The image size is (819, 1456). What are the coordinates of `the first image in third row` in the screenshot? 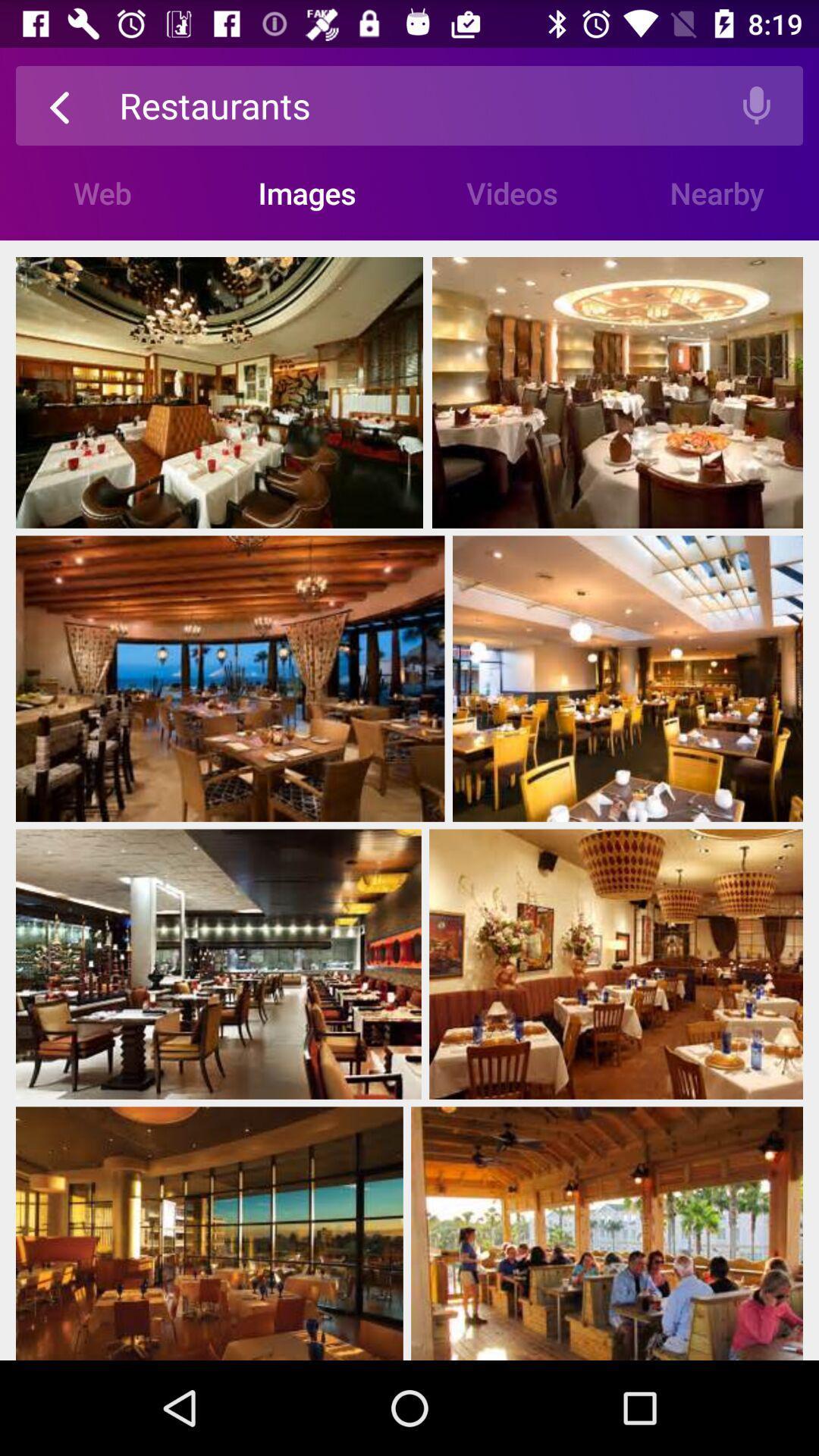 It's located at (218, 964).